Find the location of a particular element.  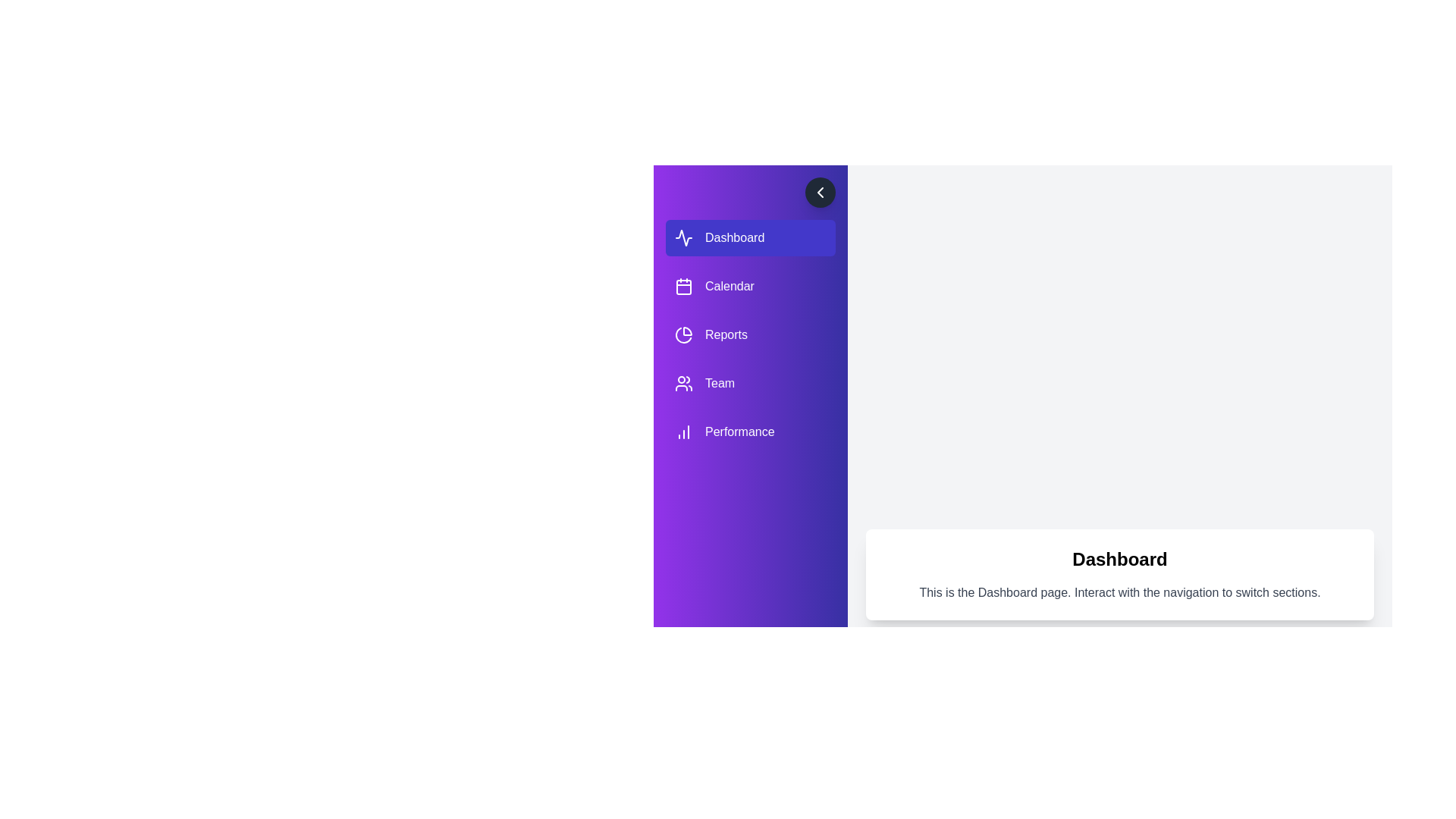

the navigation item labeled Performance is located at coordinates (750, 432).